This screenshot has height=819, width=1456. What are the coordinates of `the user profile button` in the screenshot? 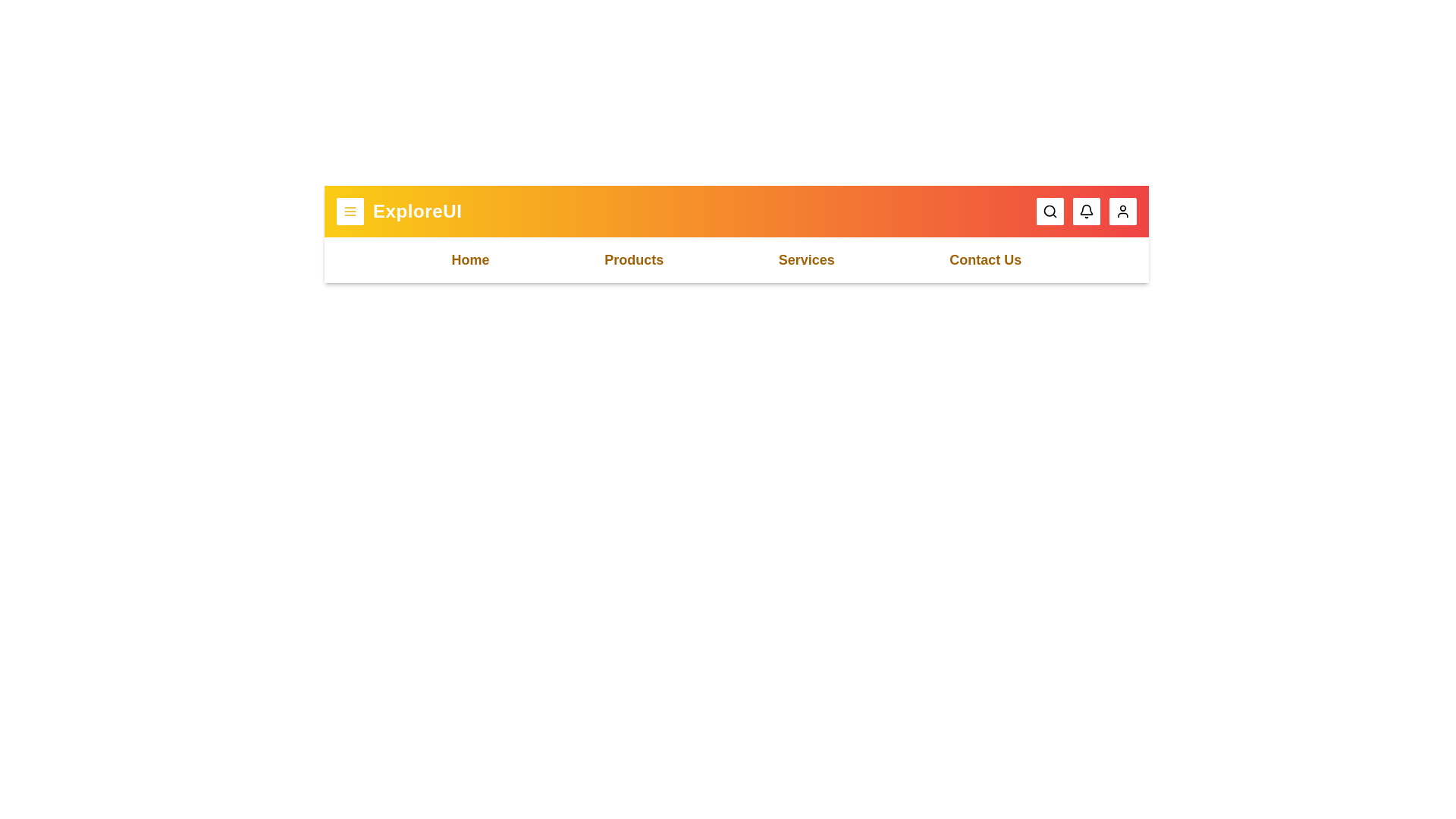 It's located at (1123, 211).